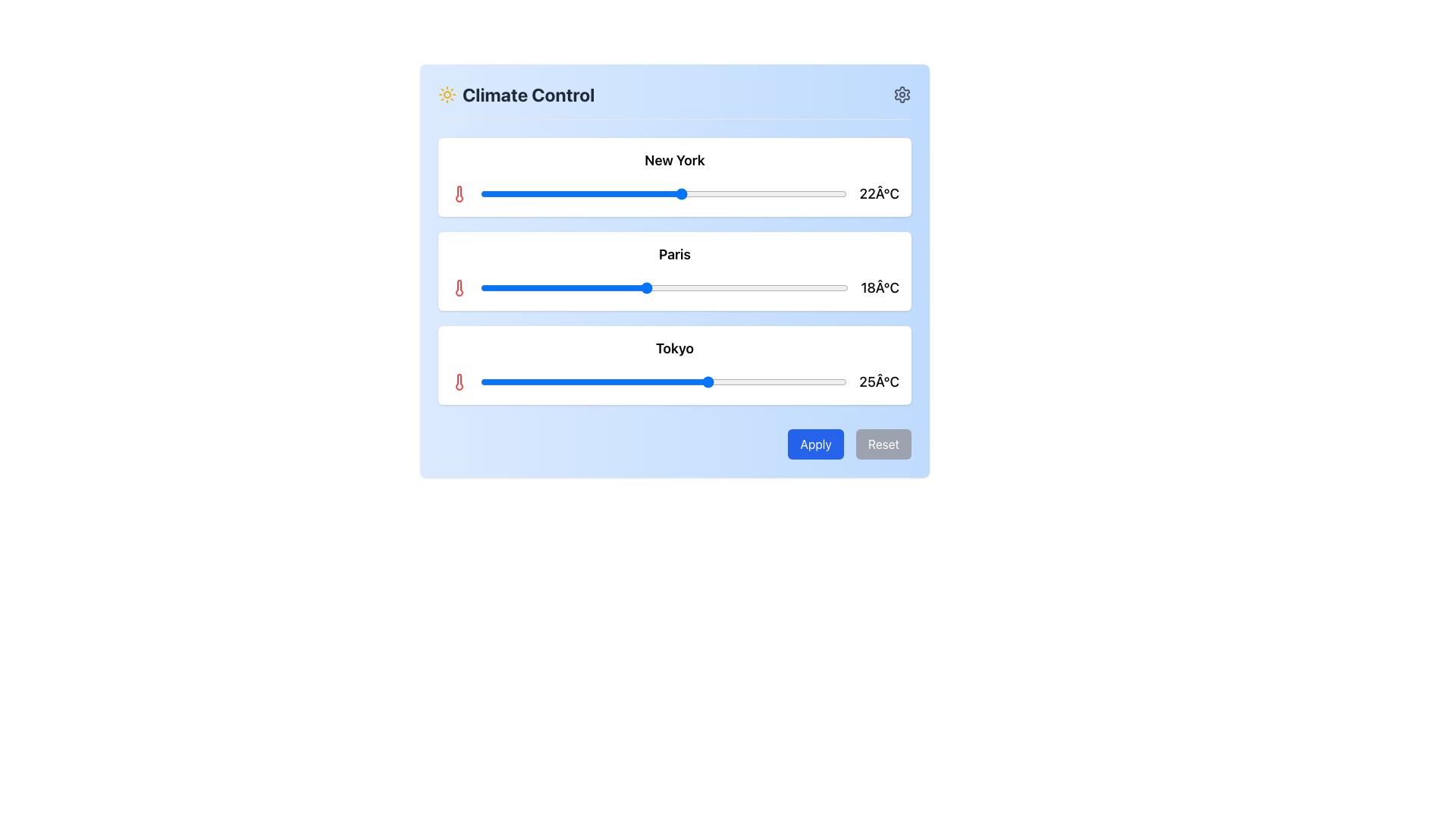 This screenshot has width=1456, height=819. Describe the element at coordinates (458, 381) in the screenshot. I see `the temperature icon for the 'Tokyo' climate control section, located to the left of the slider and the '25°C' label` at that location.